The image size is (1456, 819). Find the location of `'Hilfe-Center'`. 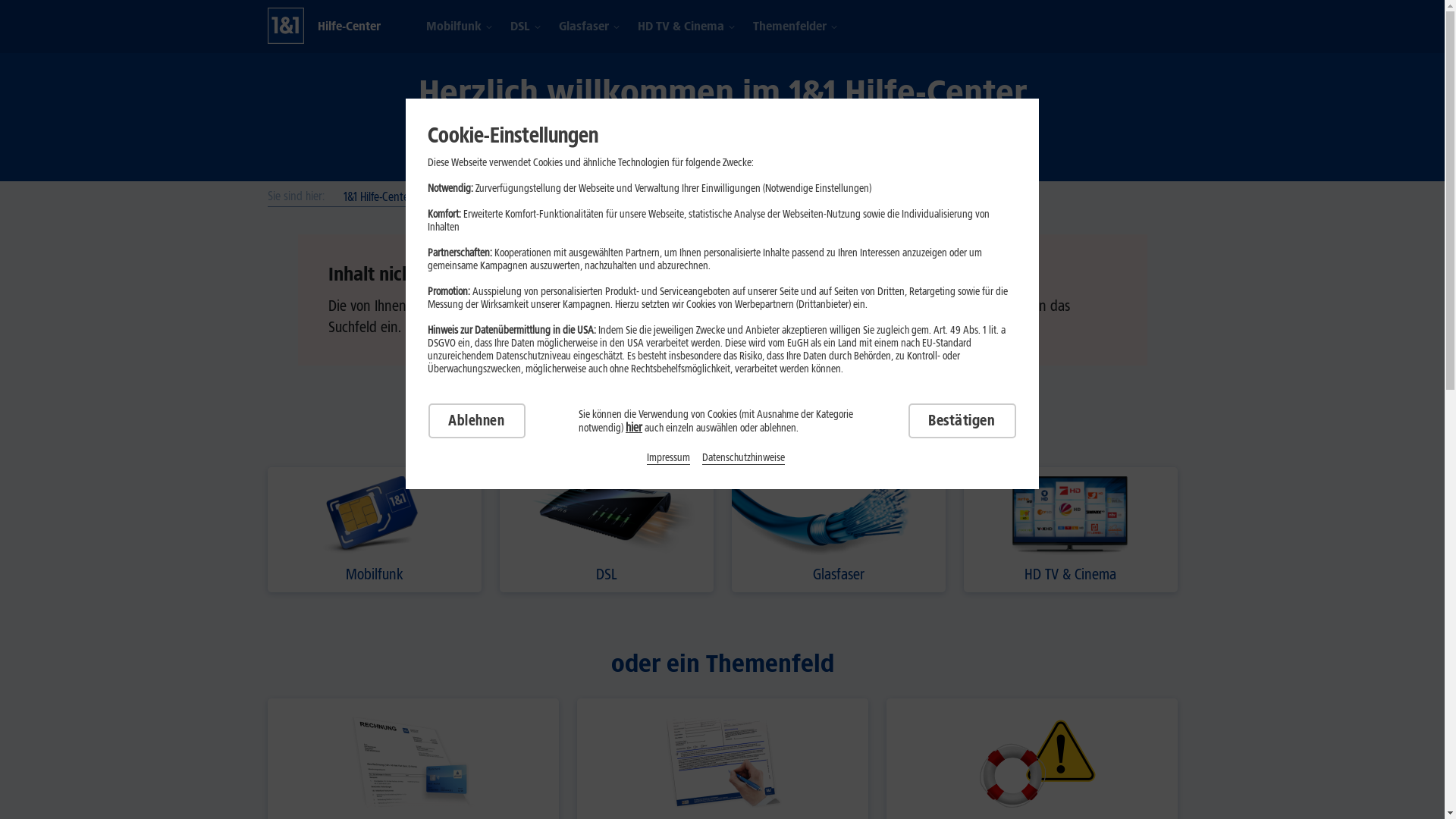

'Hilfe-Center' is located at coordinates (347, 26).